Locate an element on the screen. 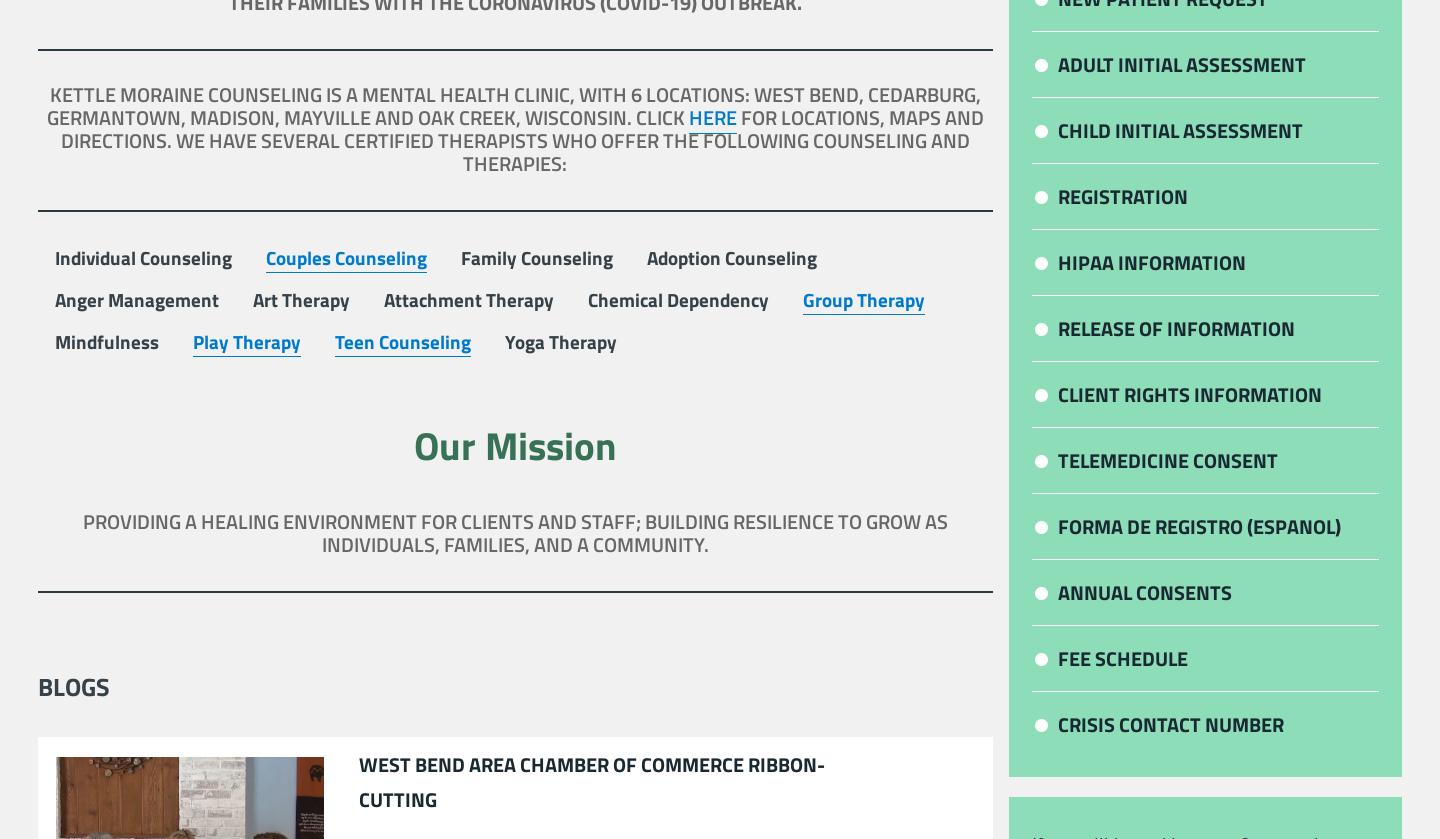 The image size is (1440, 839). 'Registration' is located at coordinates (1122, 196).